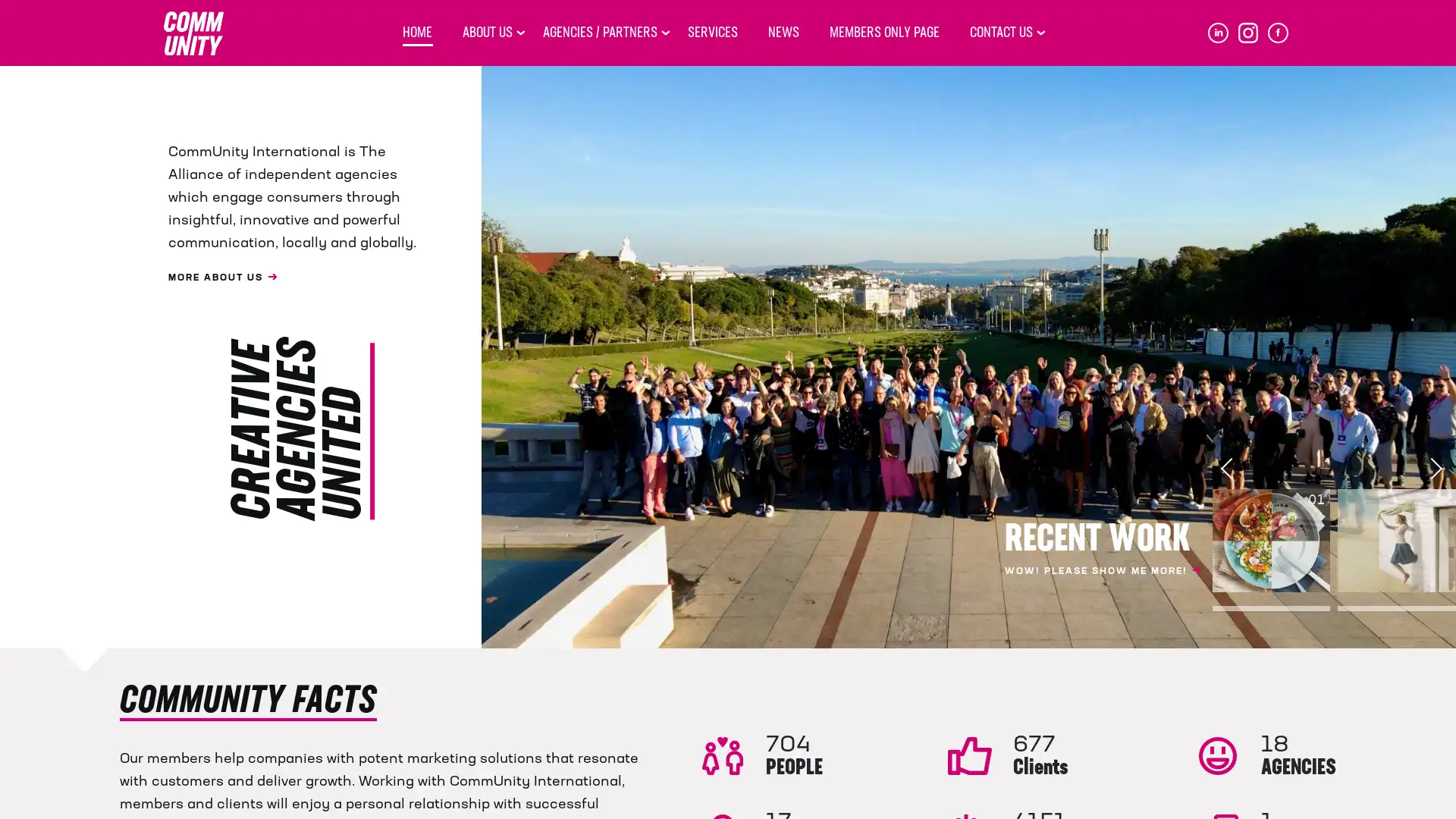 The height and width of the screenshot is (819, 1456). Describe the element at coordinates (1433, 475) in the screenshot. I see `Next slide` at that location.